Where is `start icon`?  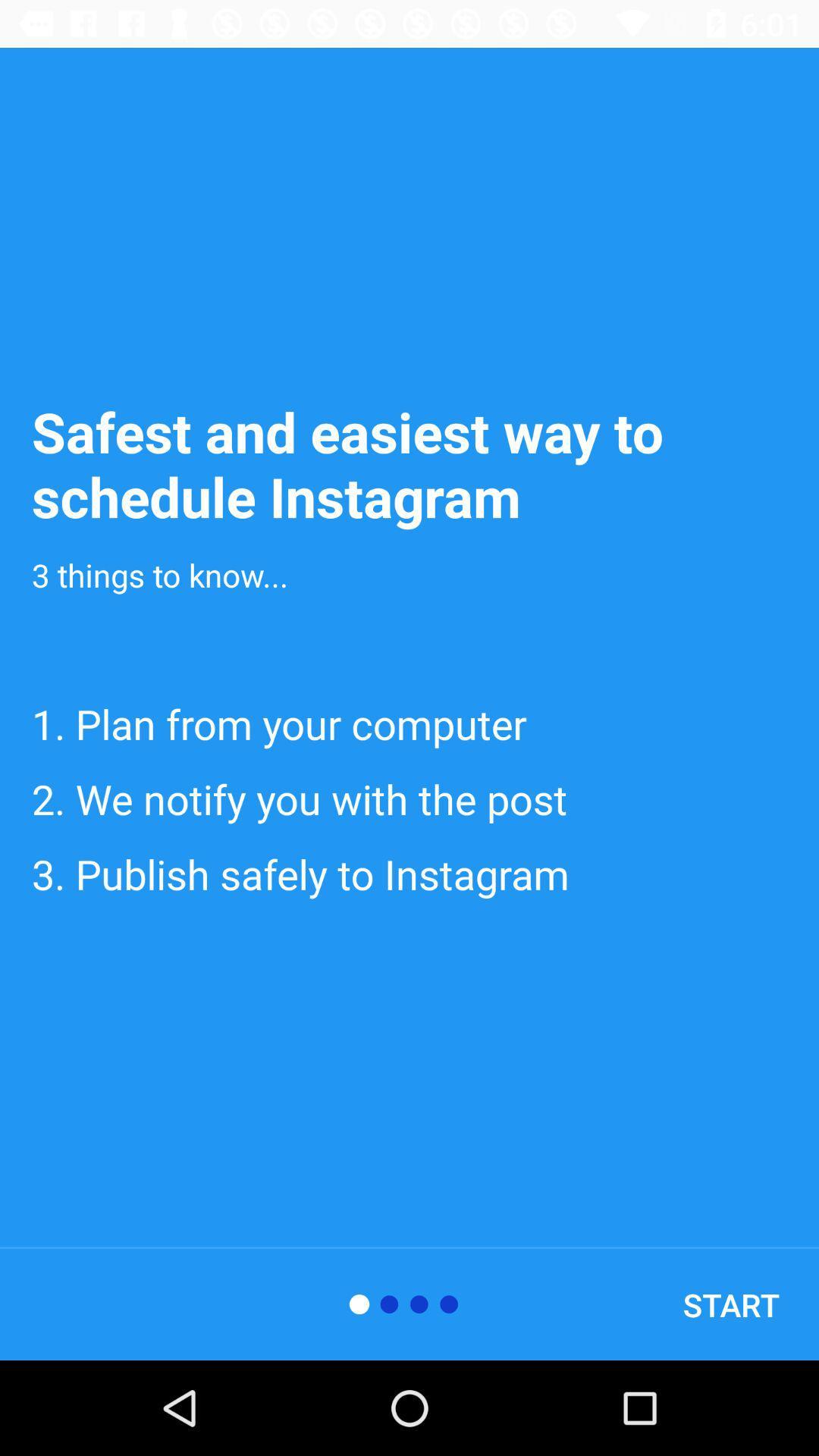 start icon is located at coordinates (730, 1304).